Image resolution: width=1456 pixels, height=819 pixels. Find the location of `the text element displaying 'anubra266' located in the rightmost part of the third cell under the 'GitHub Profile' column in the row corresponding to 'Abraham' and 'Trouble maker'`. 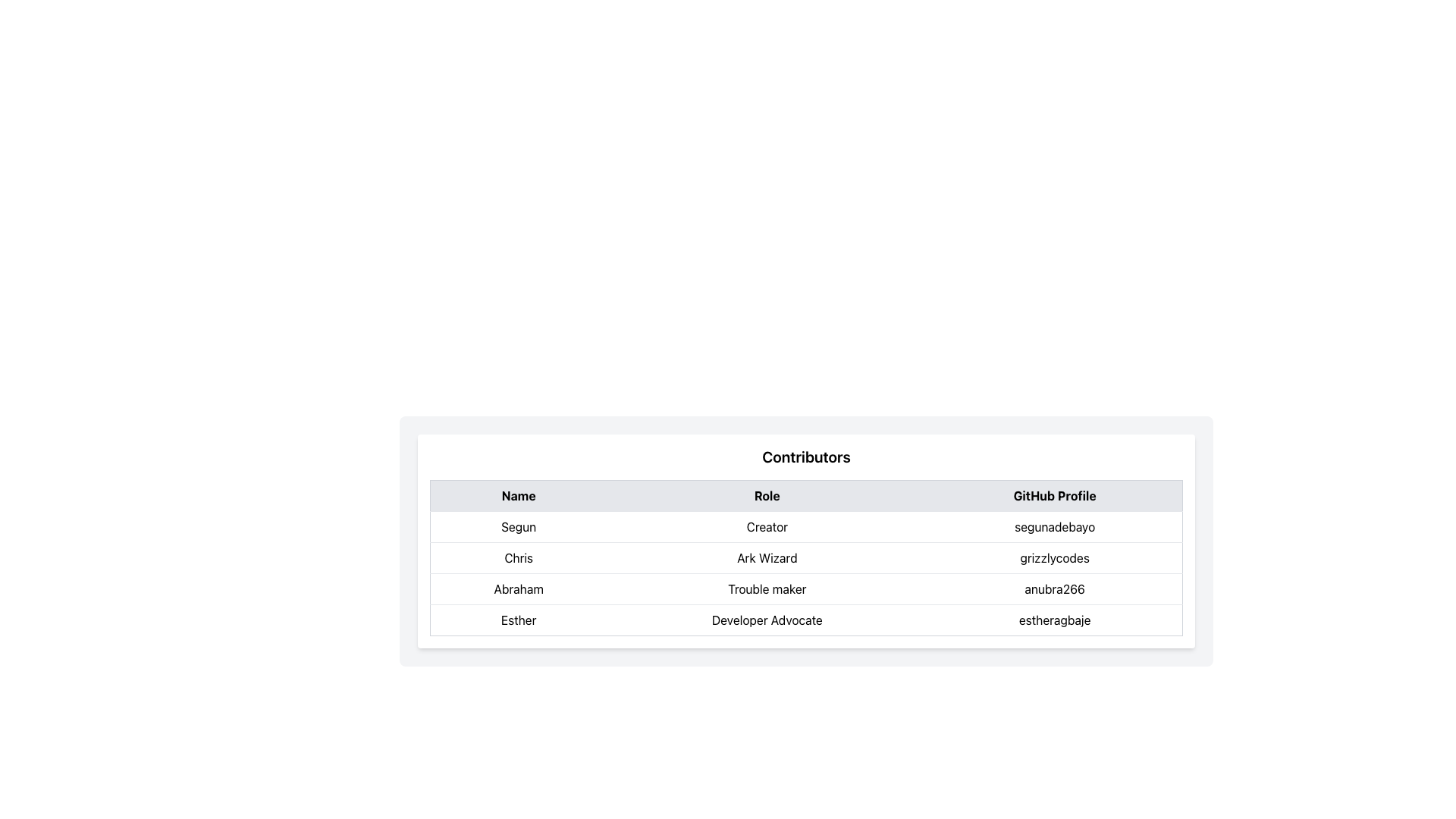

the text element displaying 'anubra266' located in the rightmost part of the third cell under the 'GitHub Profile' column in the row corresponding to 'Abraham' and 'Trouble maker' is located at coordinates (1054, 588).